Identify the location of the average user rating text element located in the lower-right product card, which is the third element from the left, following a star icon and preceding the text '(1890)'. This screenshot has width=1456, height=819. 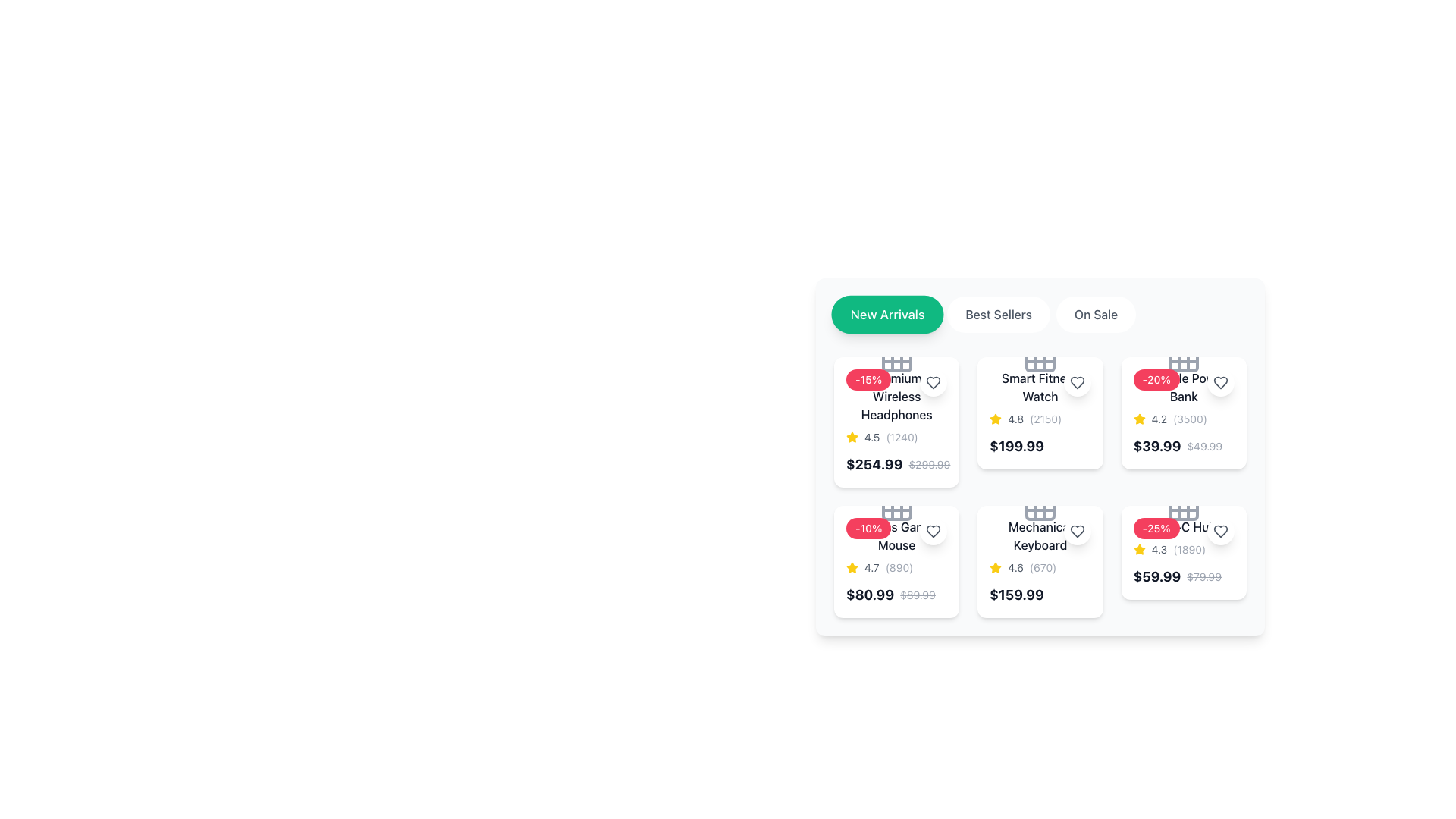
(1158, 550).